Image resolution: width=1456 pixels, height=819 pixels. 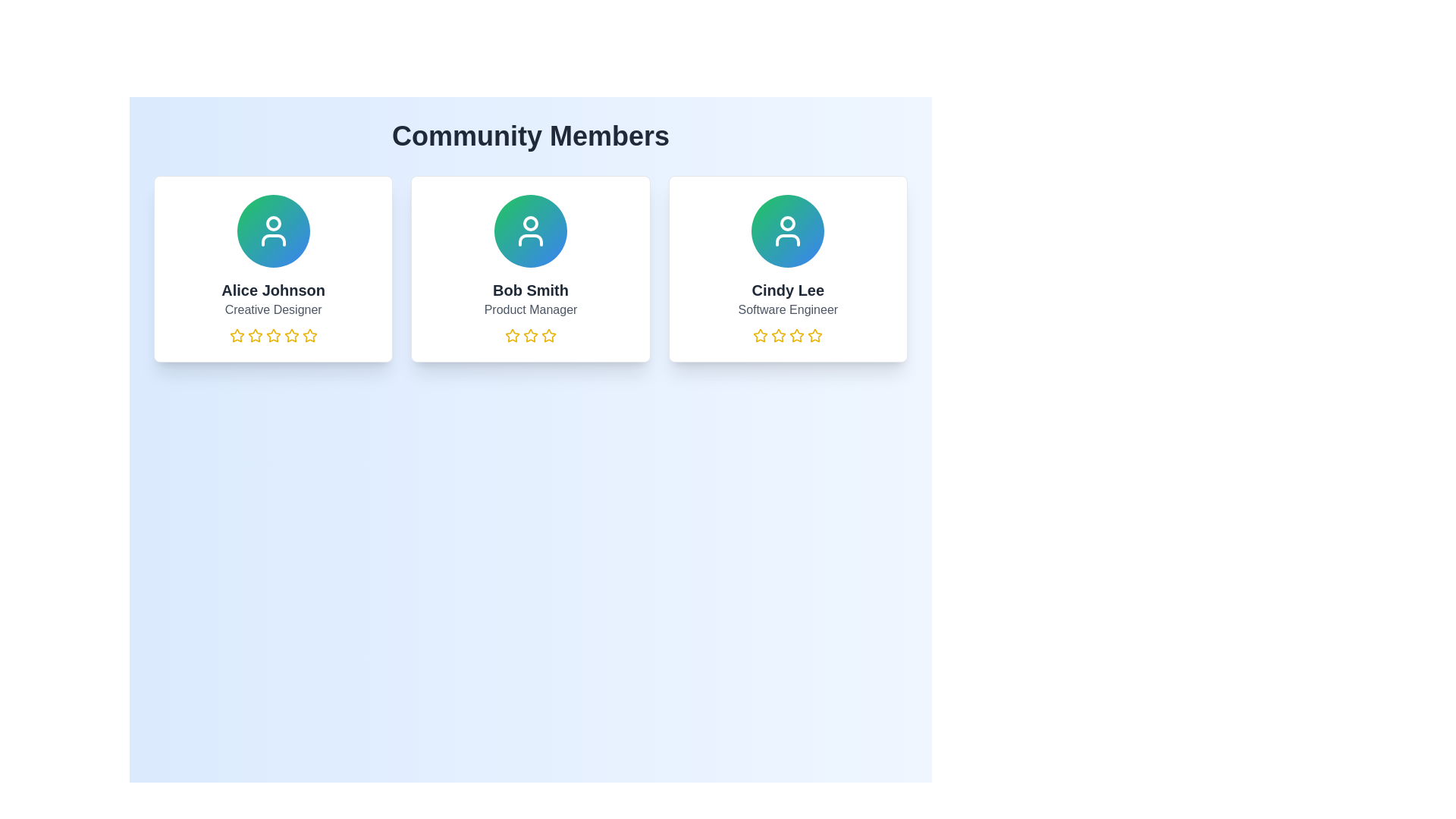 I want to click on the static text element displaying 'Software Engineer', which is styled in gray and positioned below 'Cindy Lee' in the third card from the left, so click(x=788, y=309).